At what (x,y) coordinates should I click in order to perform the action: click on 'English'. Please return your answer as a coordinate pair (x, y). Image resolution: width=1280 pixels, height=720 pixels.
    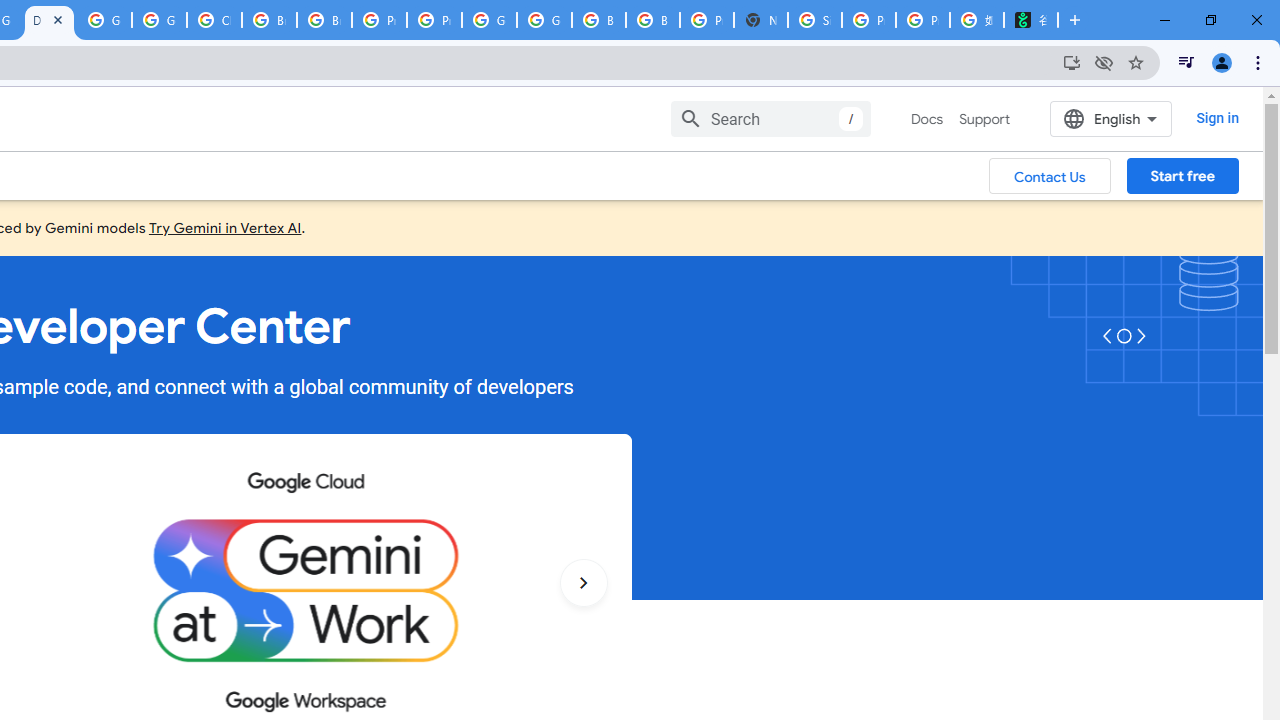
    Looking at the image, I should click on (1110, 118).